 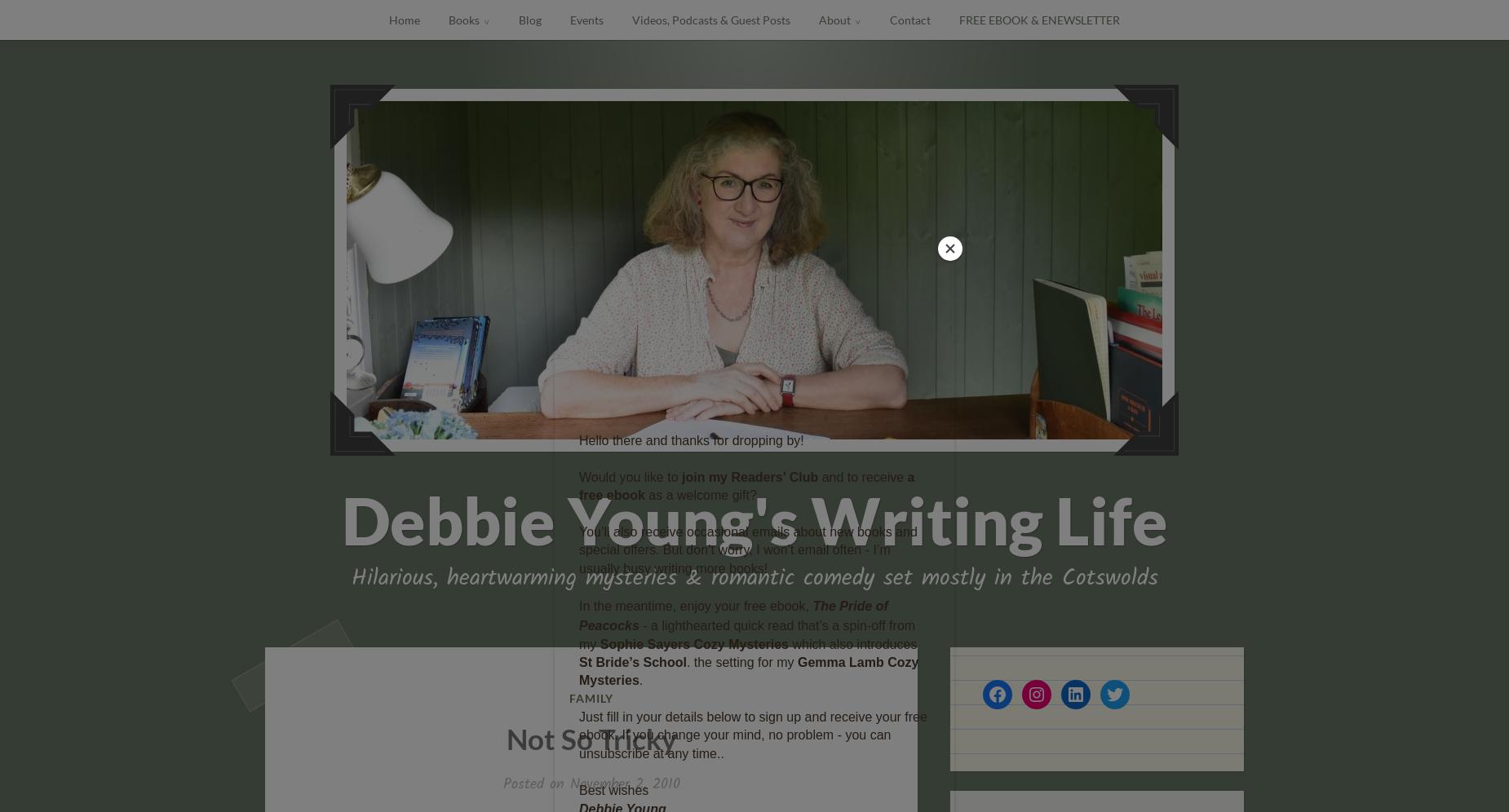 I want to click on 'Debbie Young's Writing Life', so click(x=754, y=519).